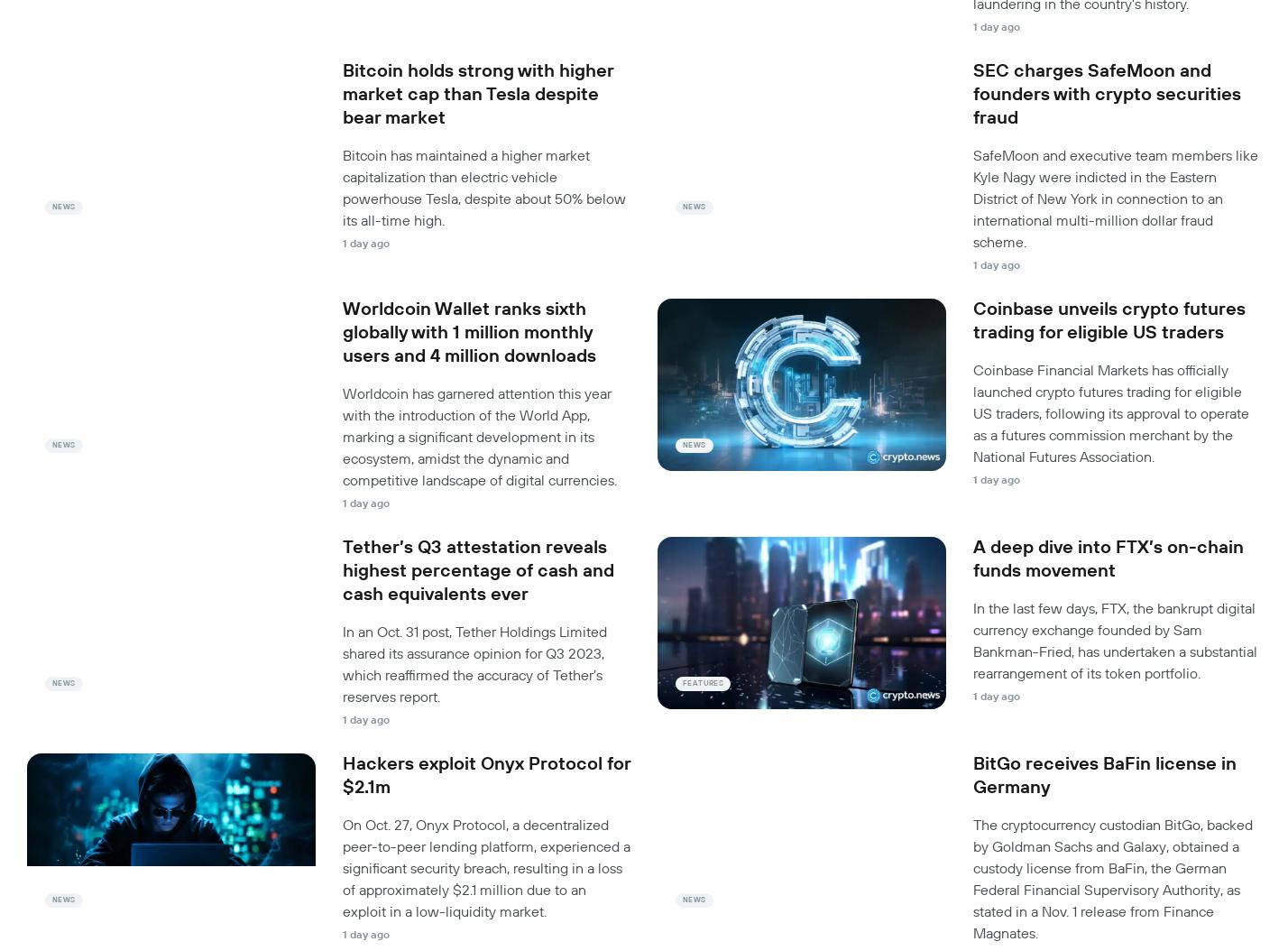 Image resolution: width=1288 pixels, height=951 pixels. Describe the element at coordinates (1110, 412) in the screenshot. I see `'Coinbase Financial Markets has officially launched crypto futures trading for eligible US traders, following its approval to operate as a futures commission merchant by the National Futures Association.'` at that location.